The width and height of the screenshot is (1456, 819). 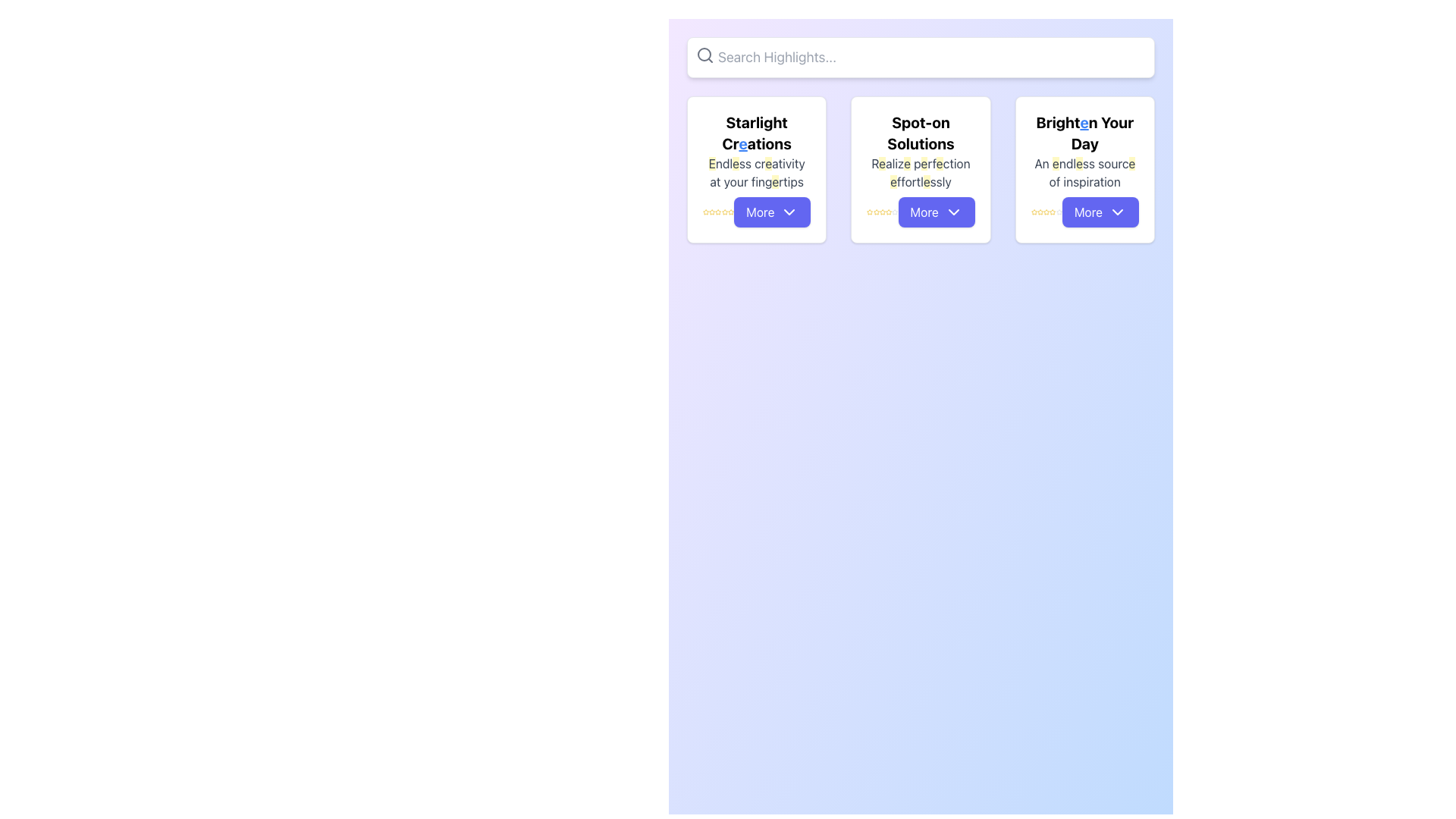 What do you see at coordinates (789, 212) in the screenshot?
I see `the downward-pointing chevron icon within the 'More' button of the 'Starlight Creations' card` at bounding box center [789, 212].